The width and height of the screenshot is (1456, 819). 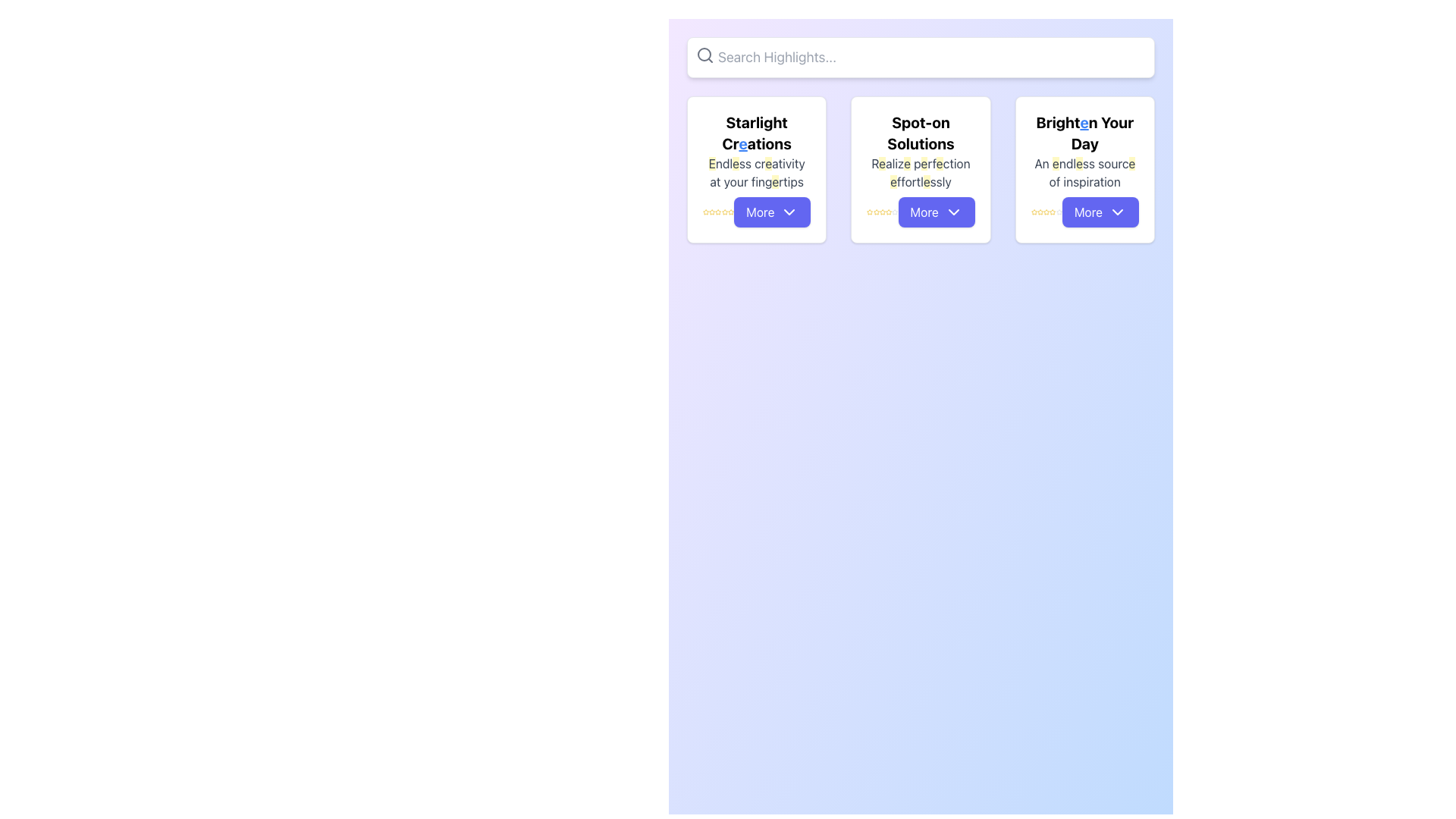 What do you see at coordinates (789, 212) in the screenshot?
I see `the downward-pointing chevron icon within the 'More' button of the 'Starlight Creations' card` at bounding box center [789, 212].